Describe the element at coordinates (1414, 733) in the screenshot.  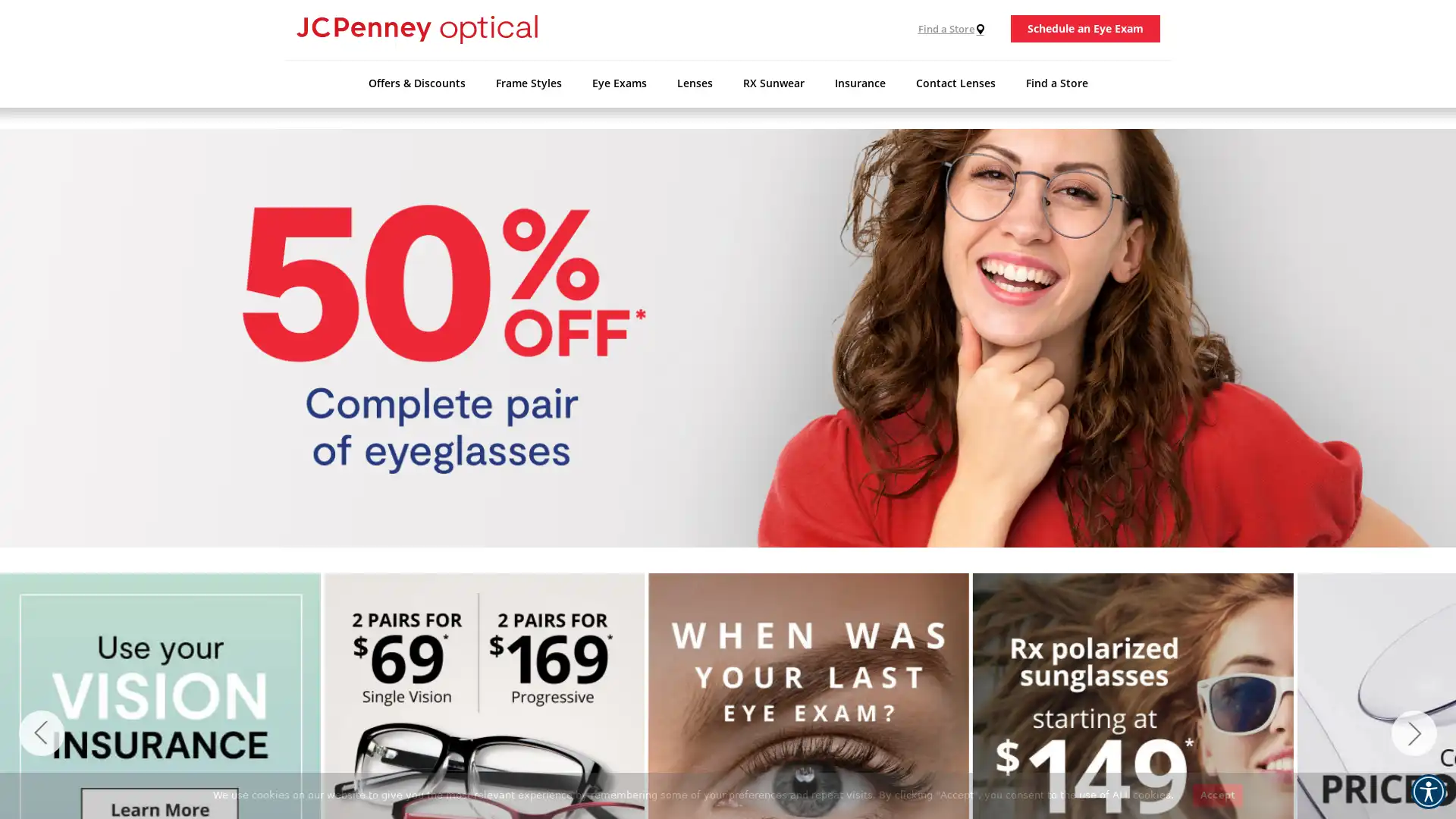
I see `next` at that location.